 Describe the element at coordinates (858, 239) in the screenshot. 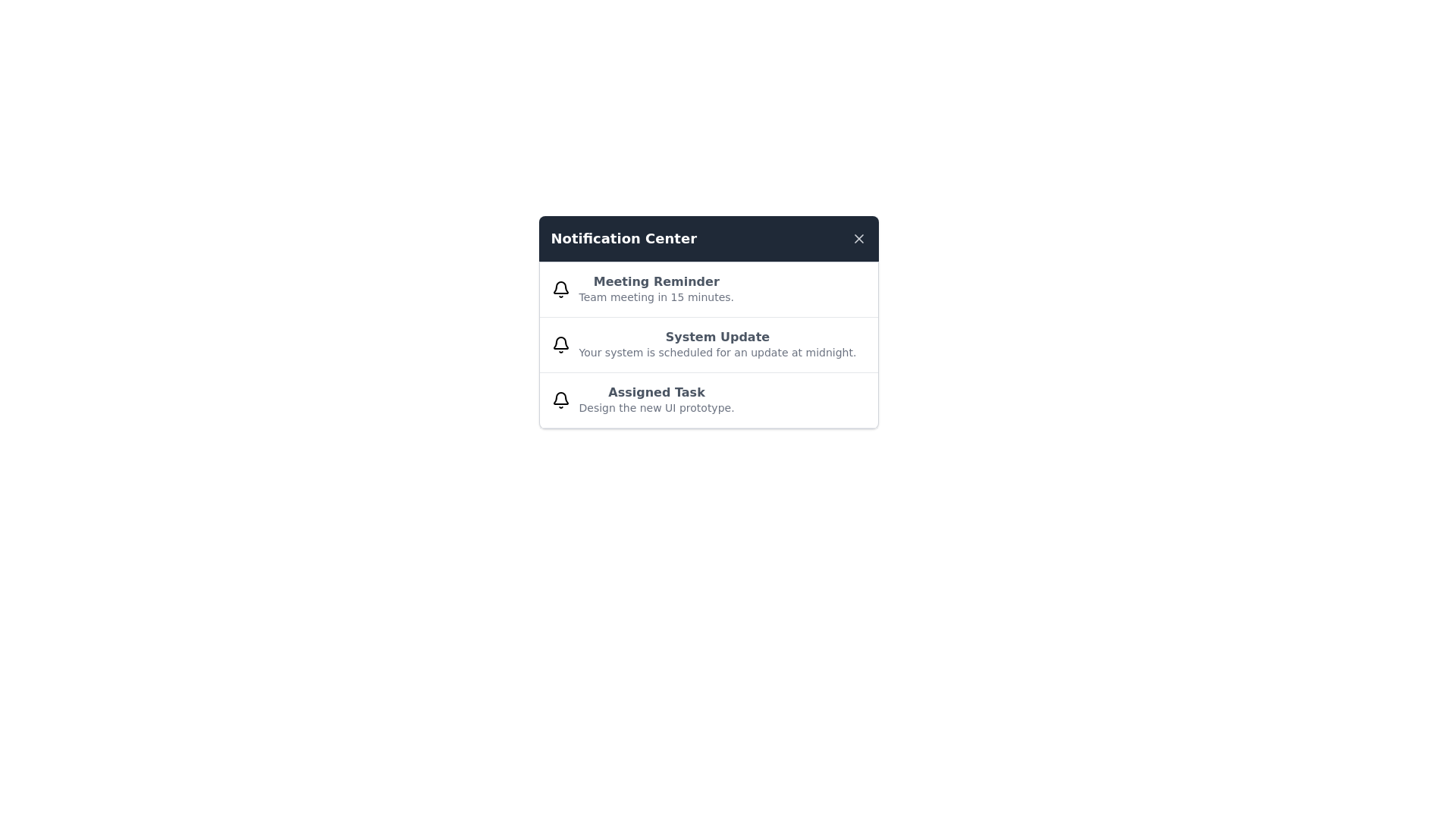

I see `the Close button represented by an 'X' shape located in the top-right corner of the Notification Center` at that location.